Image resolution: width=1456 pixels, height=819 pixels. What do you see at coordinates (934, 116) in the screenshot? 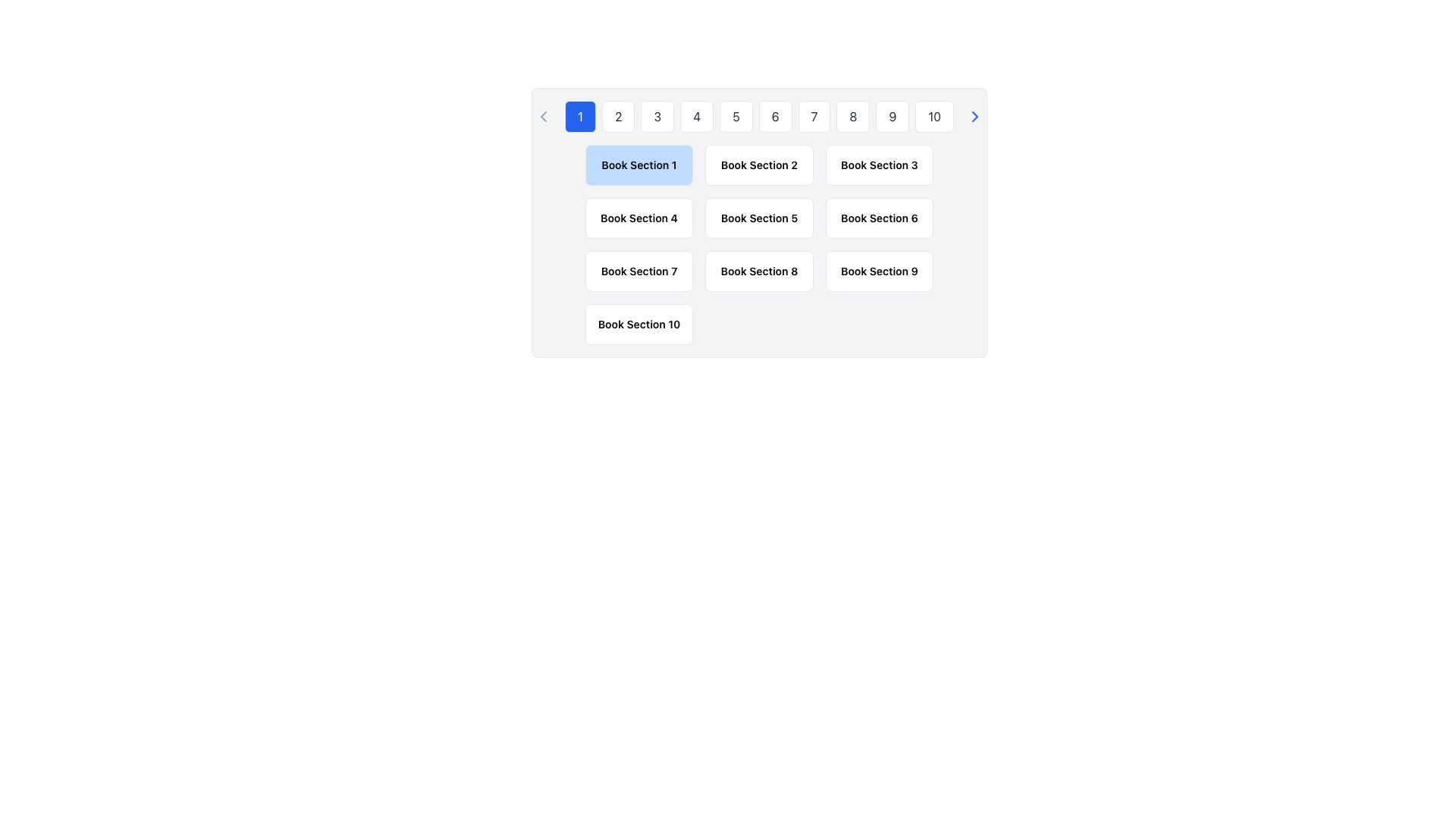
I see `the rectangular button with rounded corners labeled '10'` at bounding box center [934, 116].